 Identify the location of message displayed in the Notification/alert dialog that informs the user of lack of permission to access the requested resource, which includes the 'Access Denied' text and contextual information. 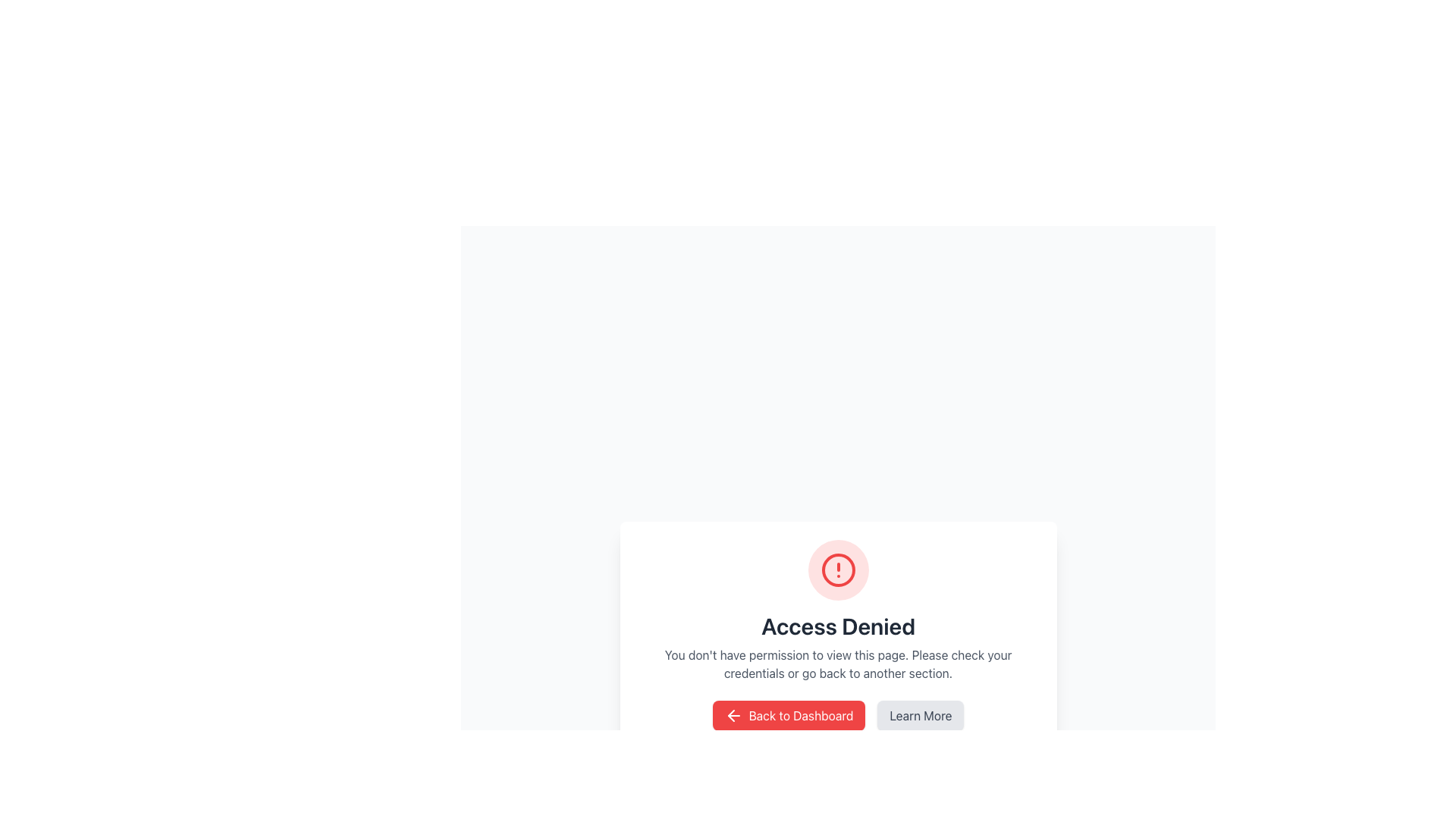
(837, 635).